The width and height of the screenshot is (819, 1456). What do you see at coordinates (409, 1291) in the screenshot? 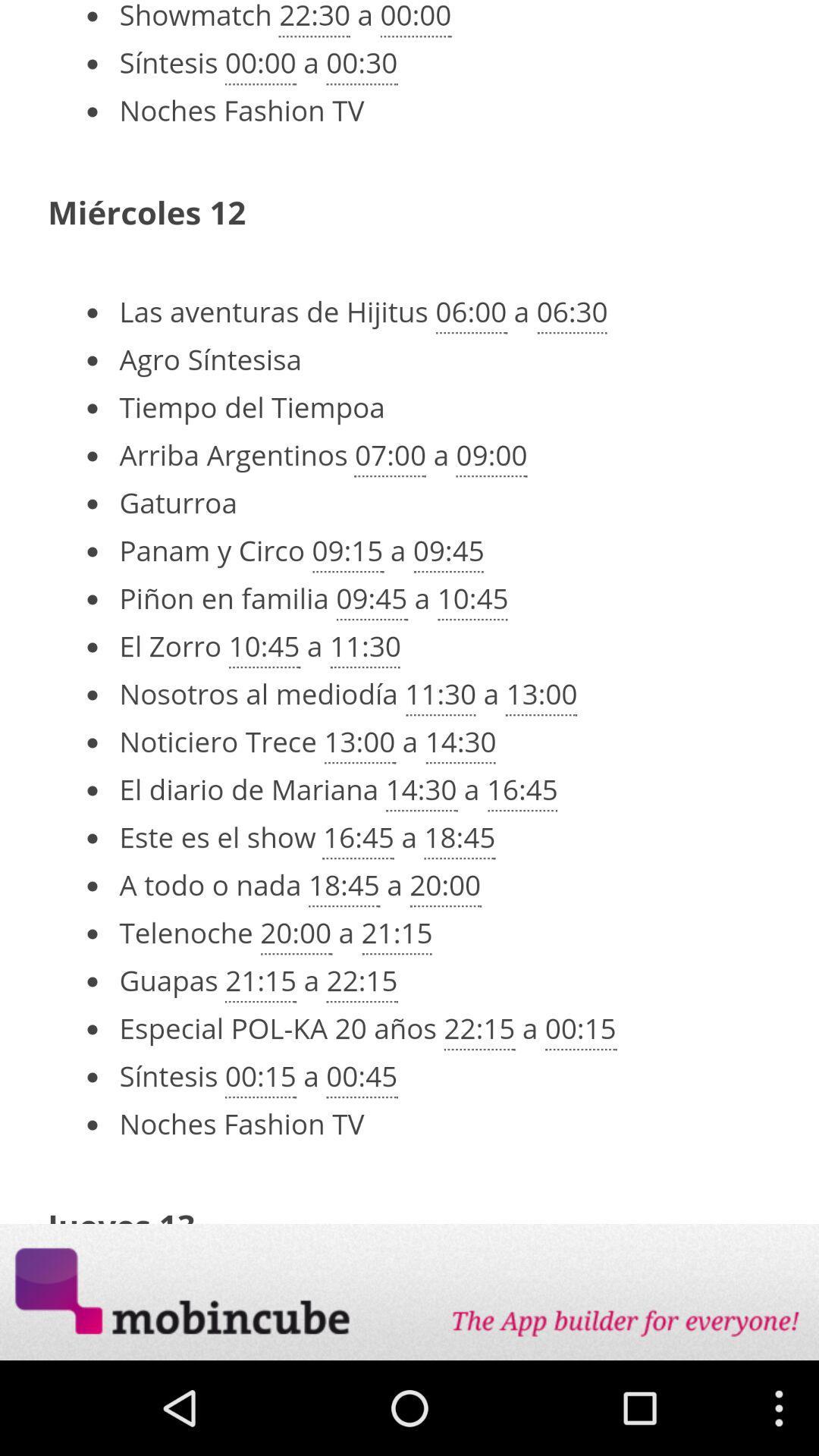
I see `add` at bounding box center [409, 1291].